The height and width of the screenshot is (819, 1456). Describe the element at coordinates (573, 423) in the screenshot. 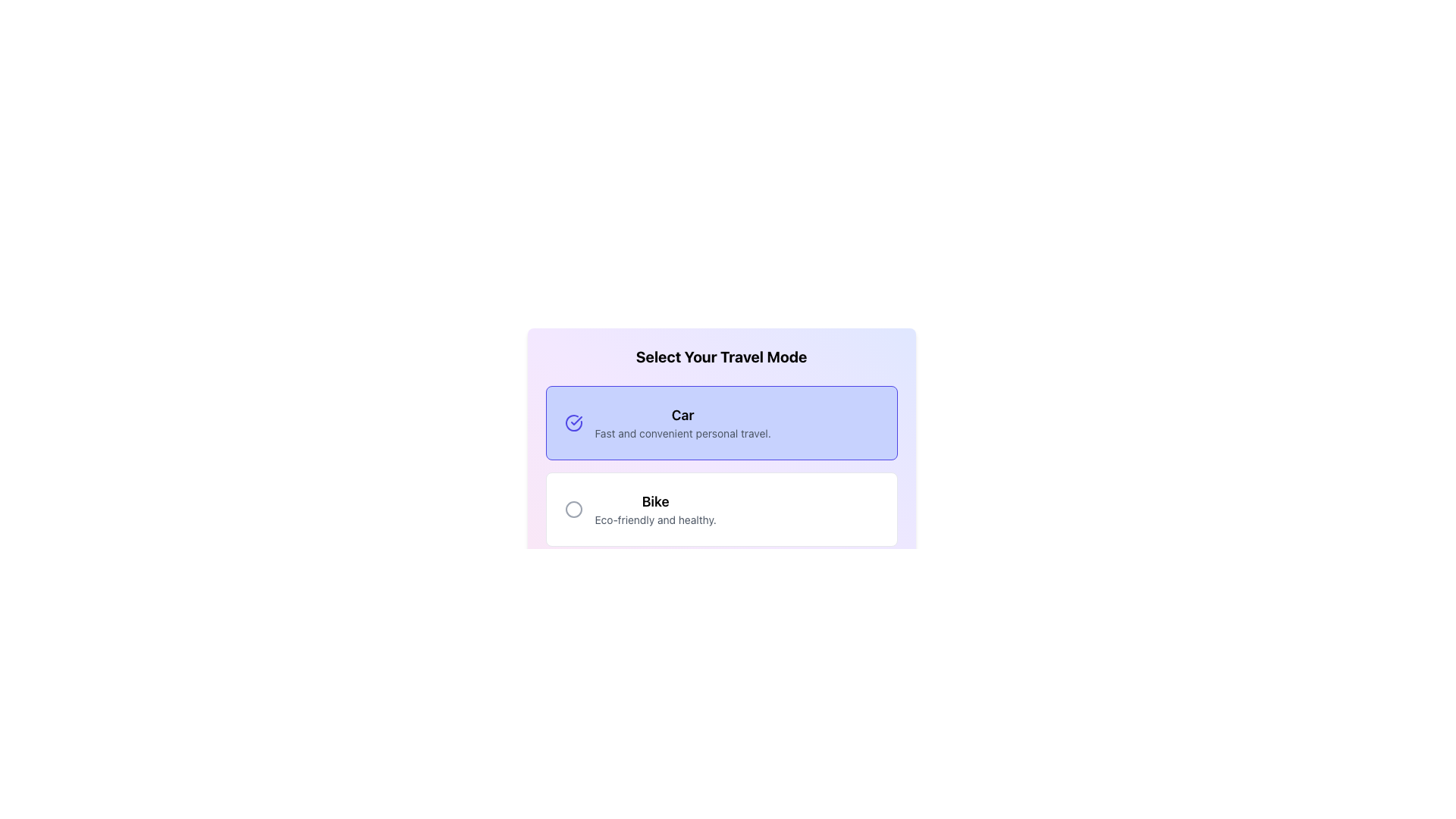

I see `the icon at the top-left of the 'Car Fast and convenient personal travel' card` at that location.